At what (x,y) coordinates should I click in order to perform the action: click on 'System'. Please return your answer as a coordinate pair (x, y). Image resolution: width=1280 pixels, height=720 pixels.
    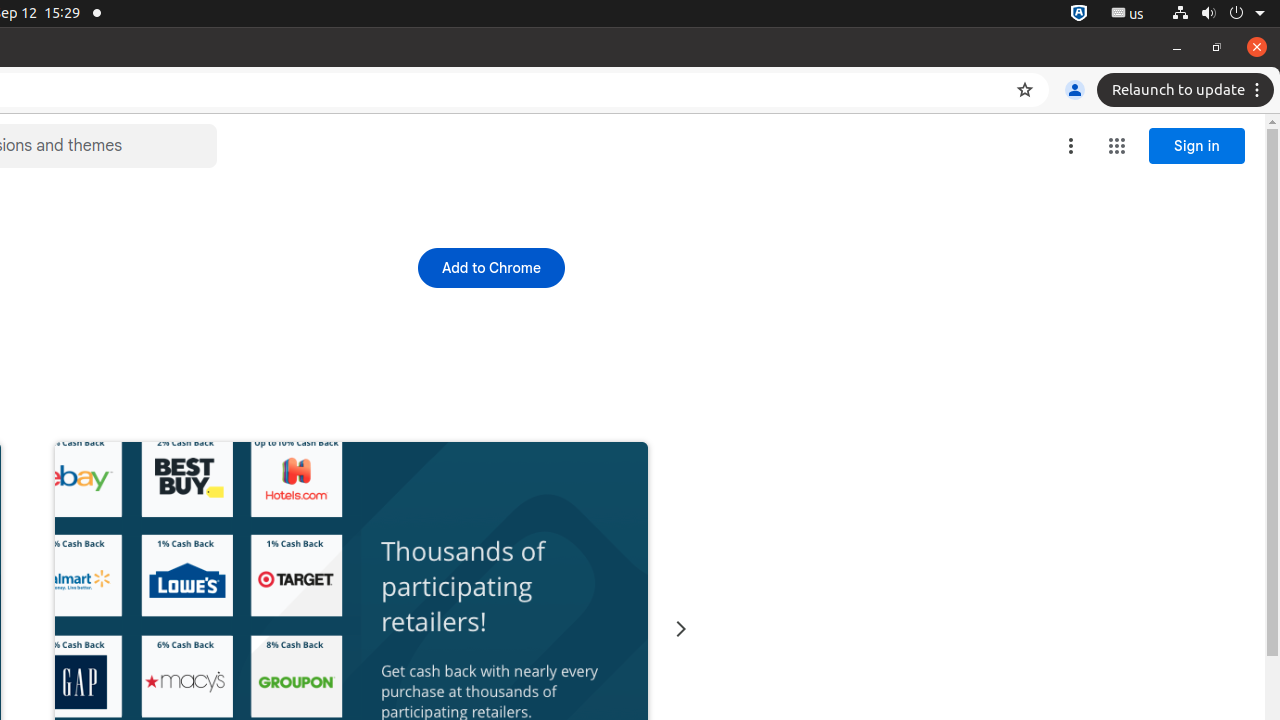
    Looking at the image, I should click on (1217, 13).